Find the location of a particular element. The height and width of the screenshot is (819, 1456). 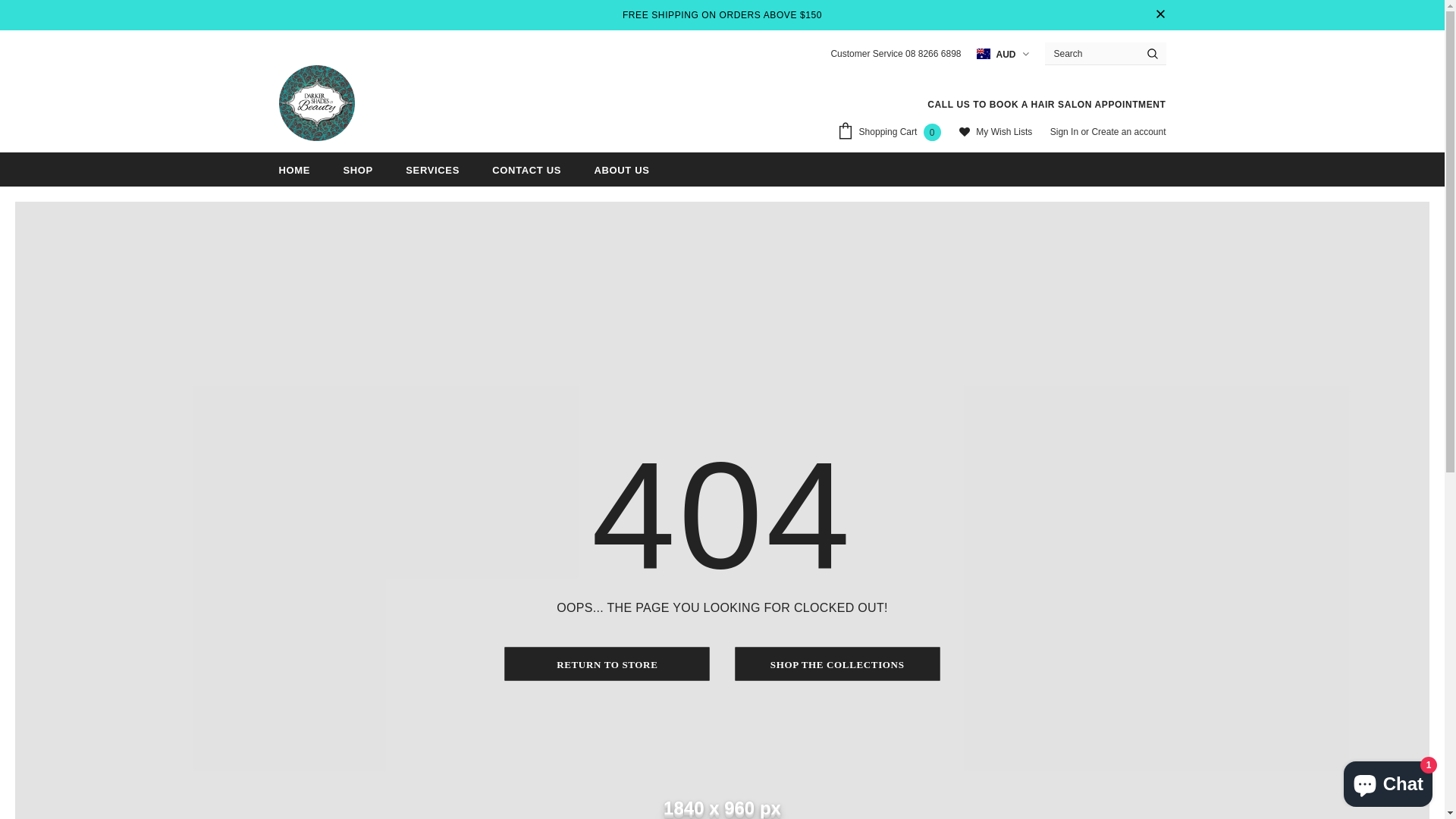

'My Wish Lists' is located at coordinates (996, 132).